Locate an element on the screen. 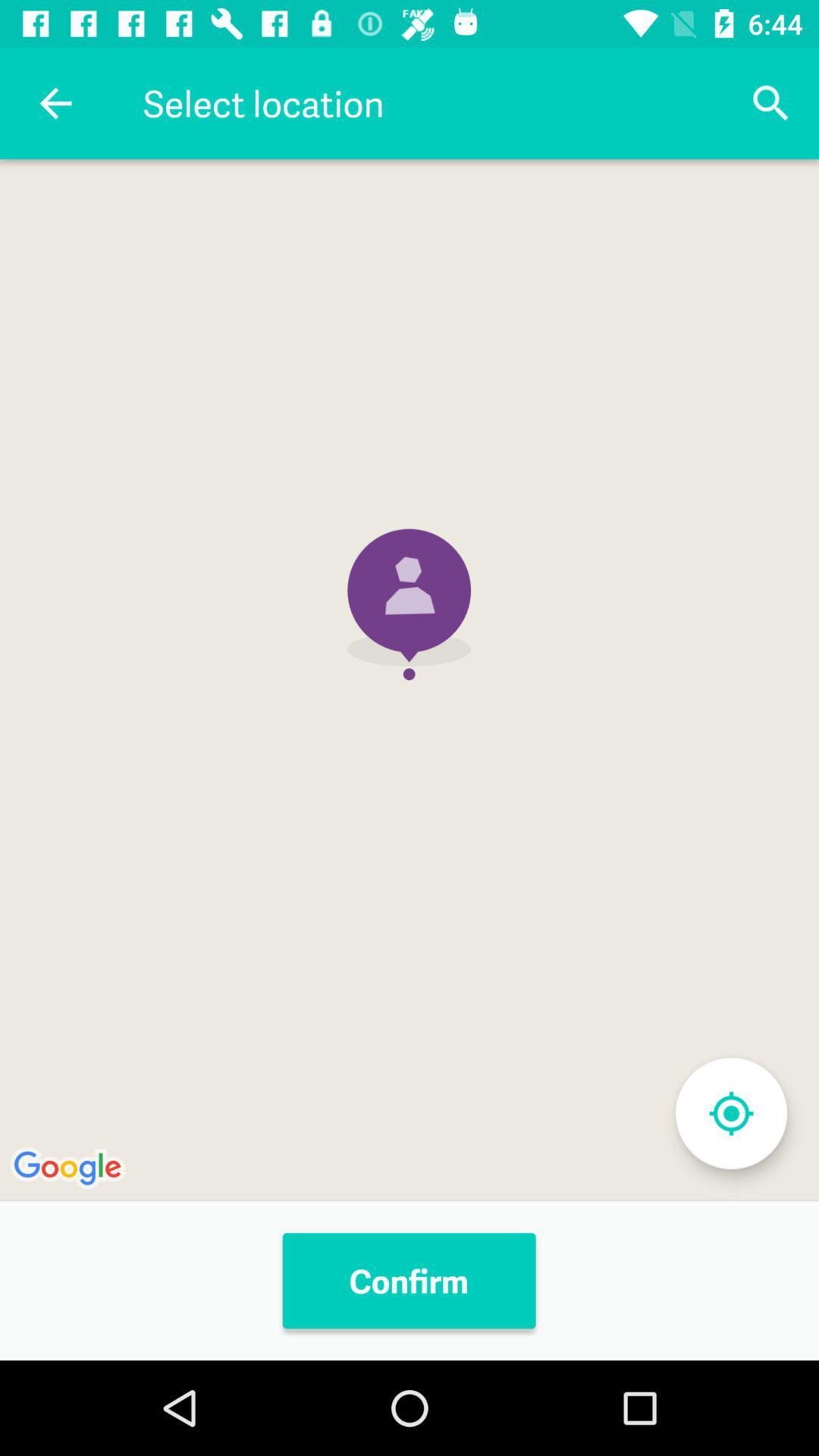 The image size is (819, 1456). the confirm is located at coordinates (408, 1280).